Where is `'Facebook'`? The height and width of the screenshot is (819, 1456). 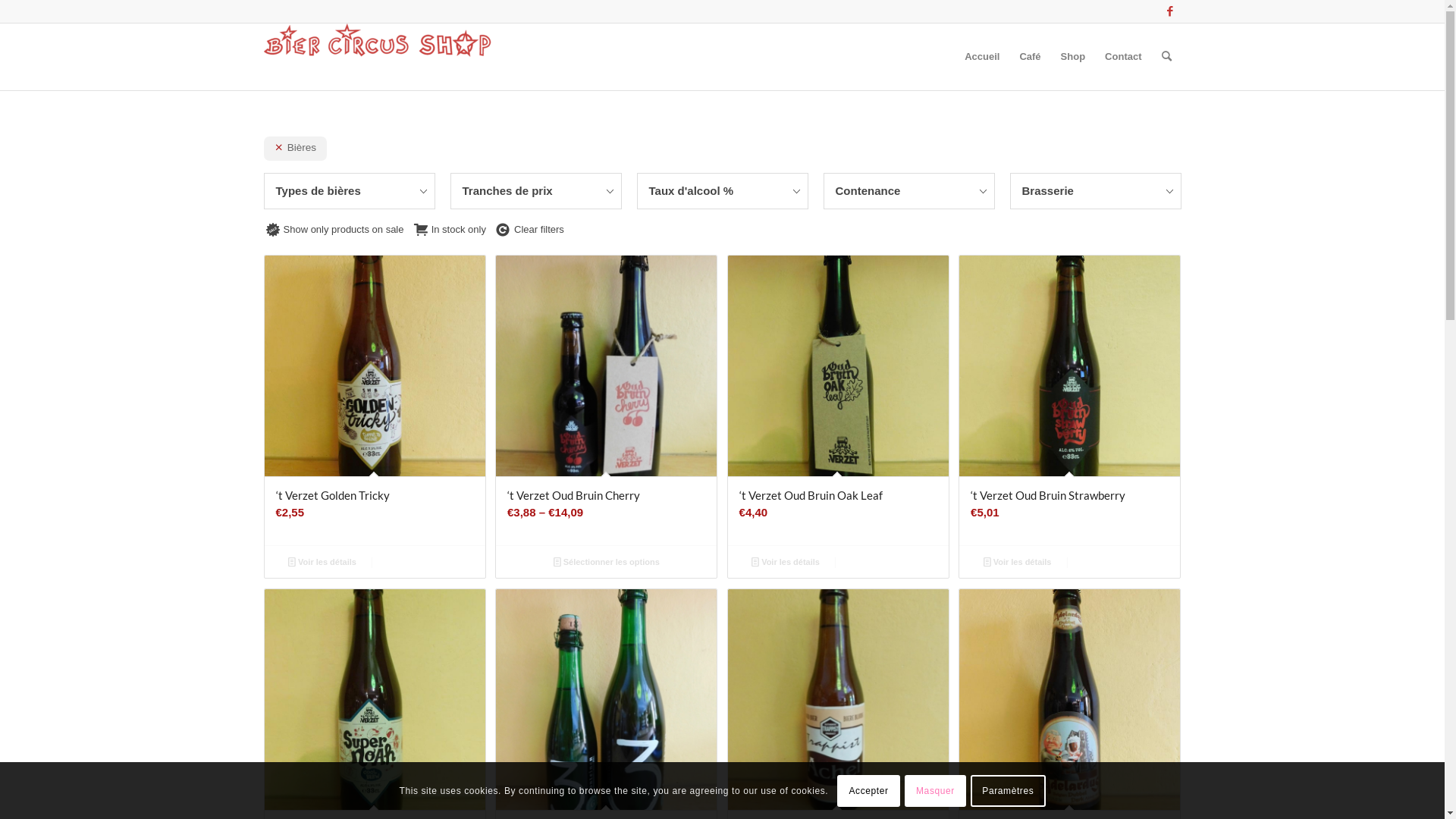 'Facebook' is located at coordinates (1169, 11).